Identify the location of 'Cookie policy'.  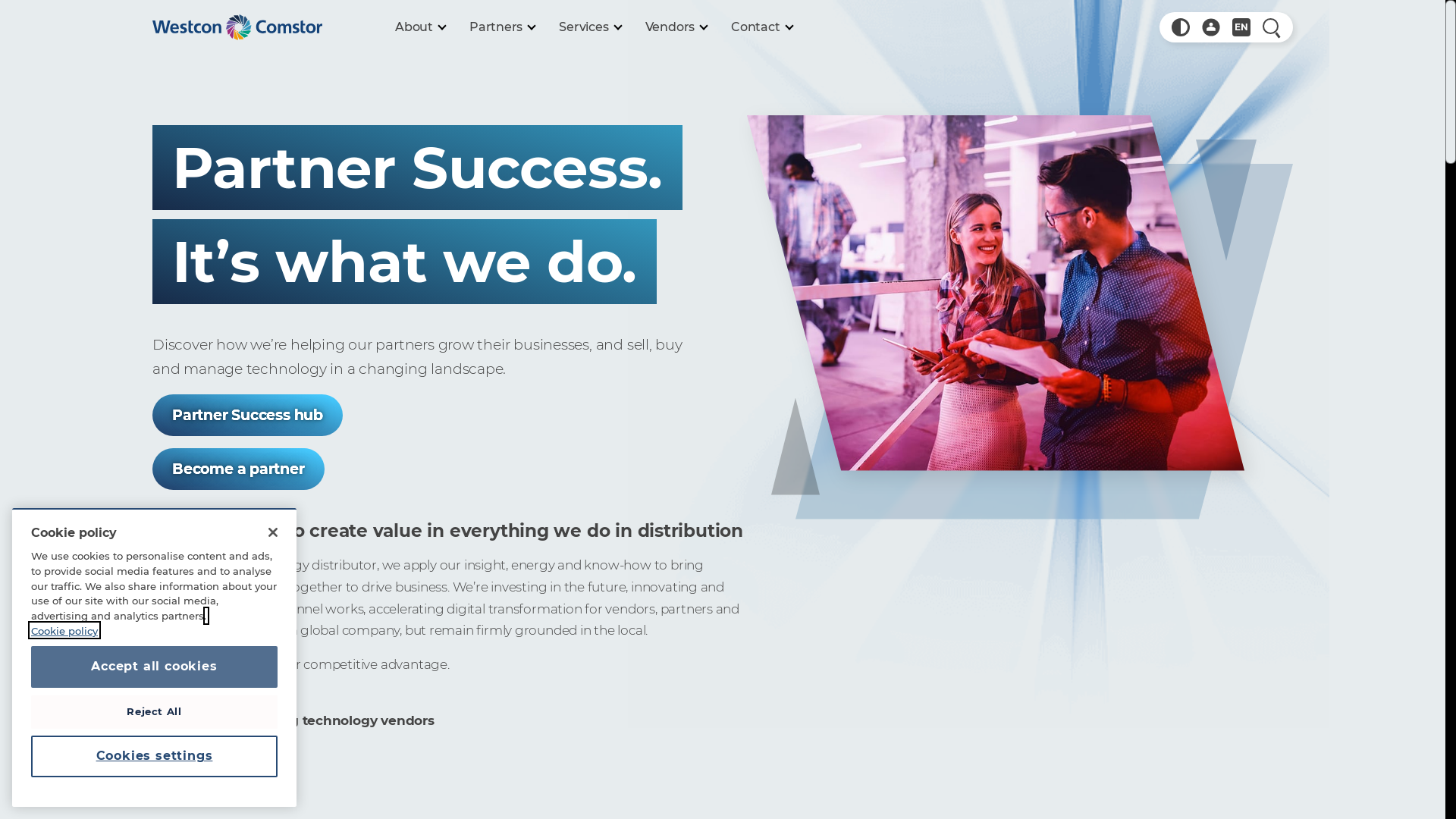
(118, 637).